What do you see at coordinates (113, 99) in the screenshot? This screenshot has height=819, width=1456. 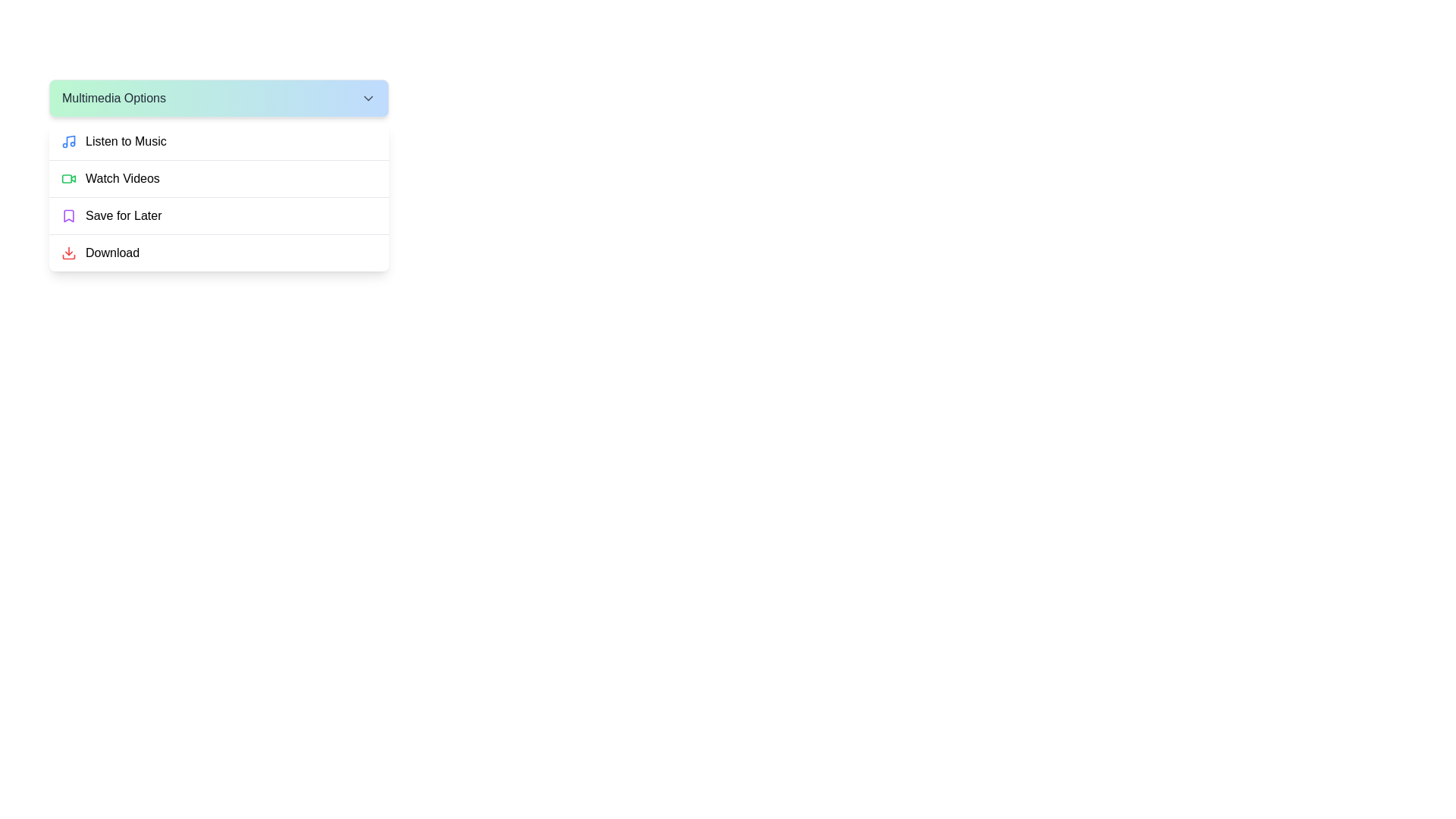 I see `the static text label that serves as the title for the dropdown menu, located at the top-left corner of the dropdown header` at bounding box center [113, 99].